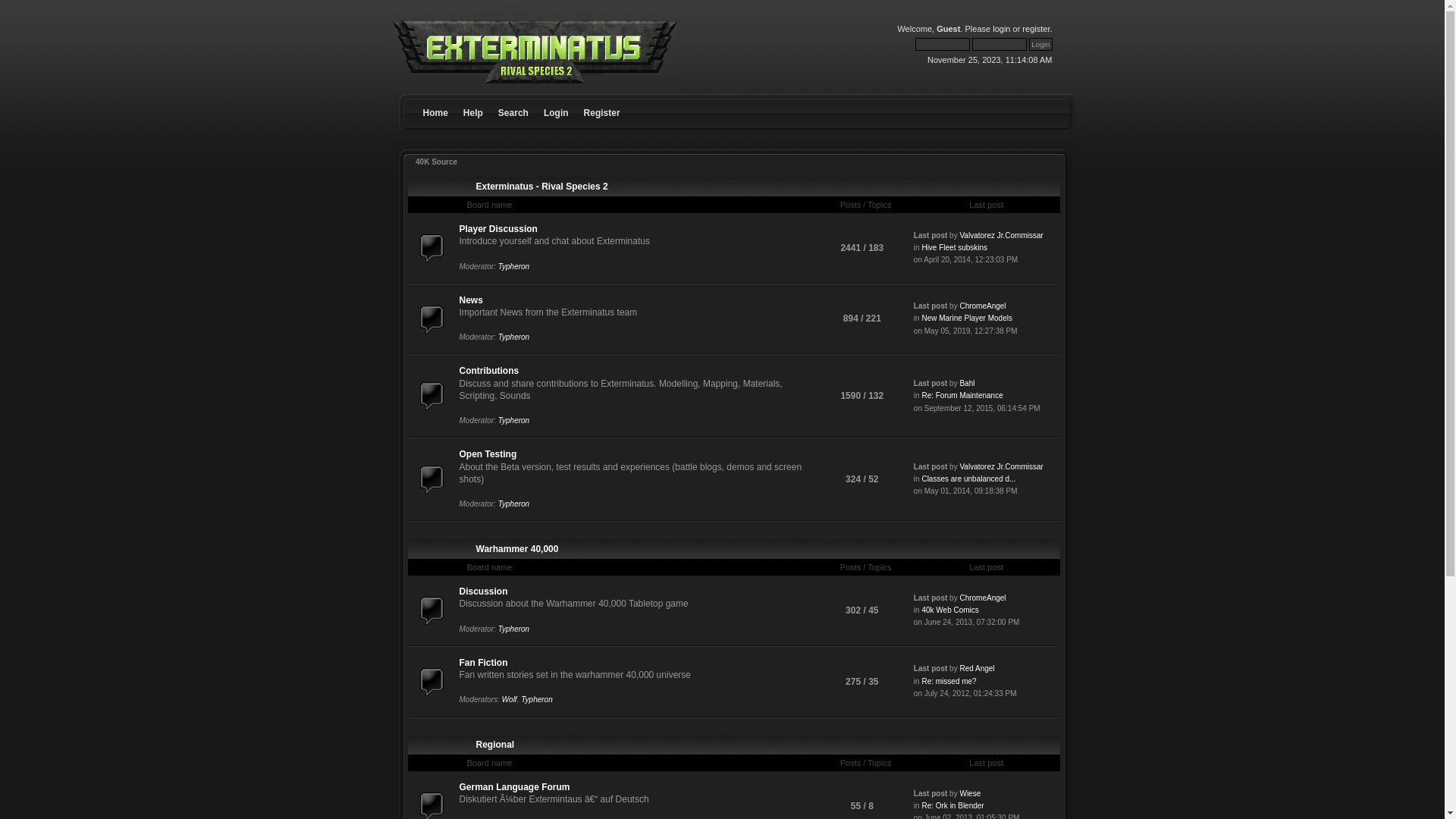 The image size is (1456, 819). Describe the element at coordinates (458, 590) in the screenshot. I see `'Discussion'` at that location.